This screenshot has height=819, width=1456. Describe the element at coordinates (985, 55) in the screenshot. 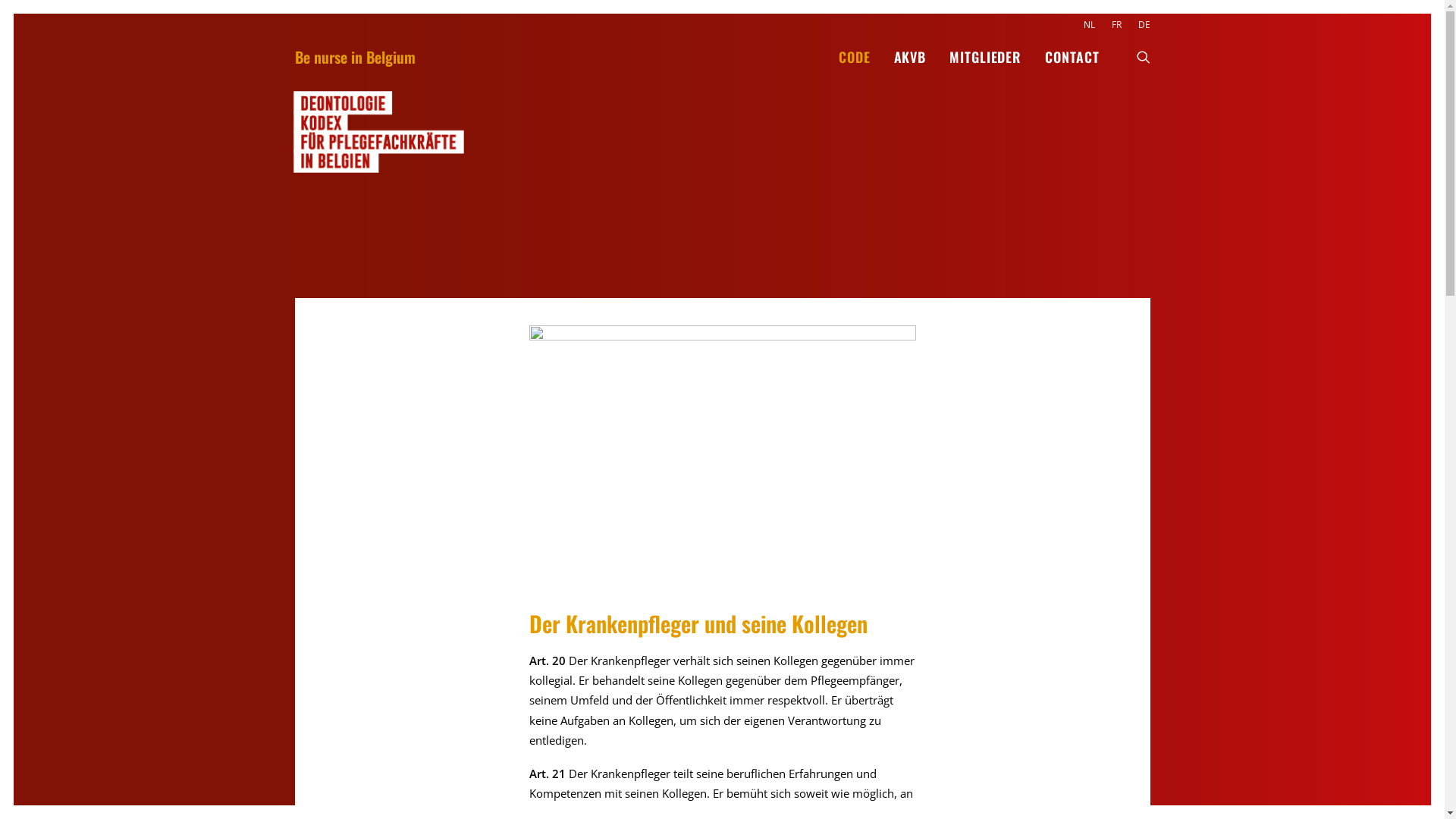

I see `'MITGLIEDER'` at that location.